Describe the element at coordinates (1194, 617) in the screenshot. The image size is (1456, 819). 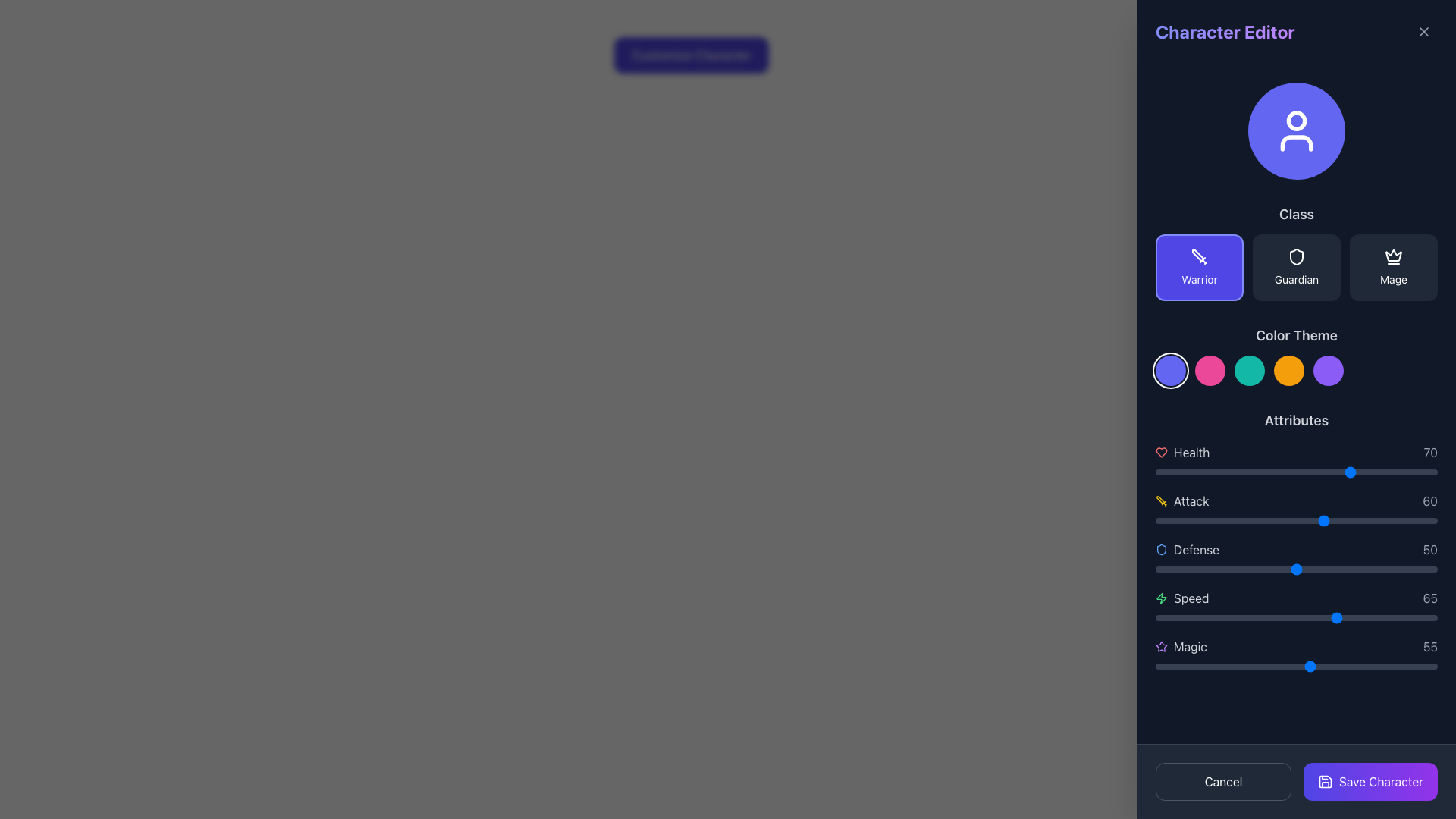
I see `the speed attribute` at that location.